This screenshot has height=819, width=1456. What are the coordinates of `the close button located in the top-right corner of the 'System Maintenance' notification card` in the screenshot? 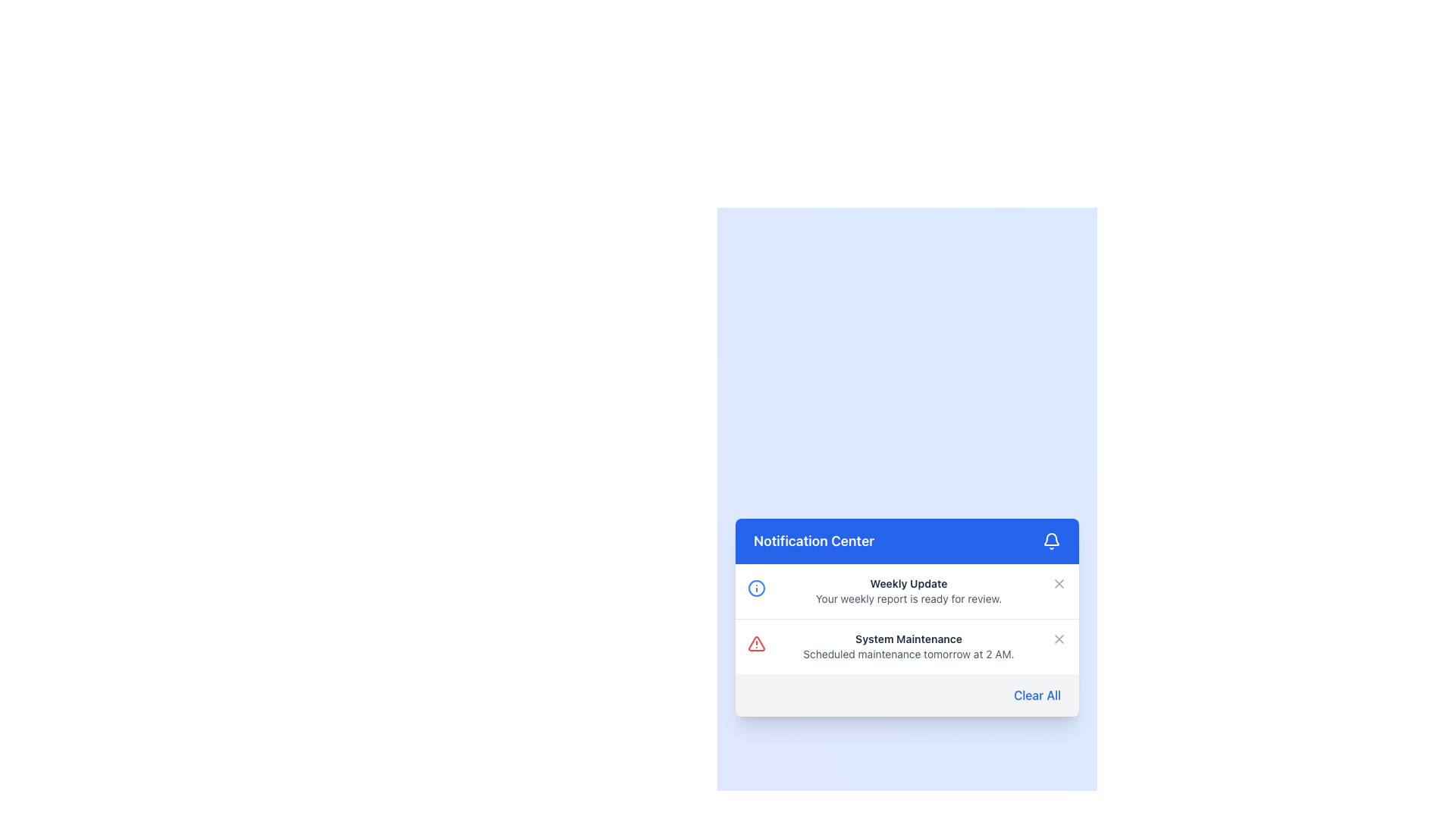 It's located at (1058, 638).